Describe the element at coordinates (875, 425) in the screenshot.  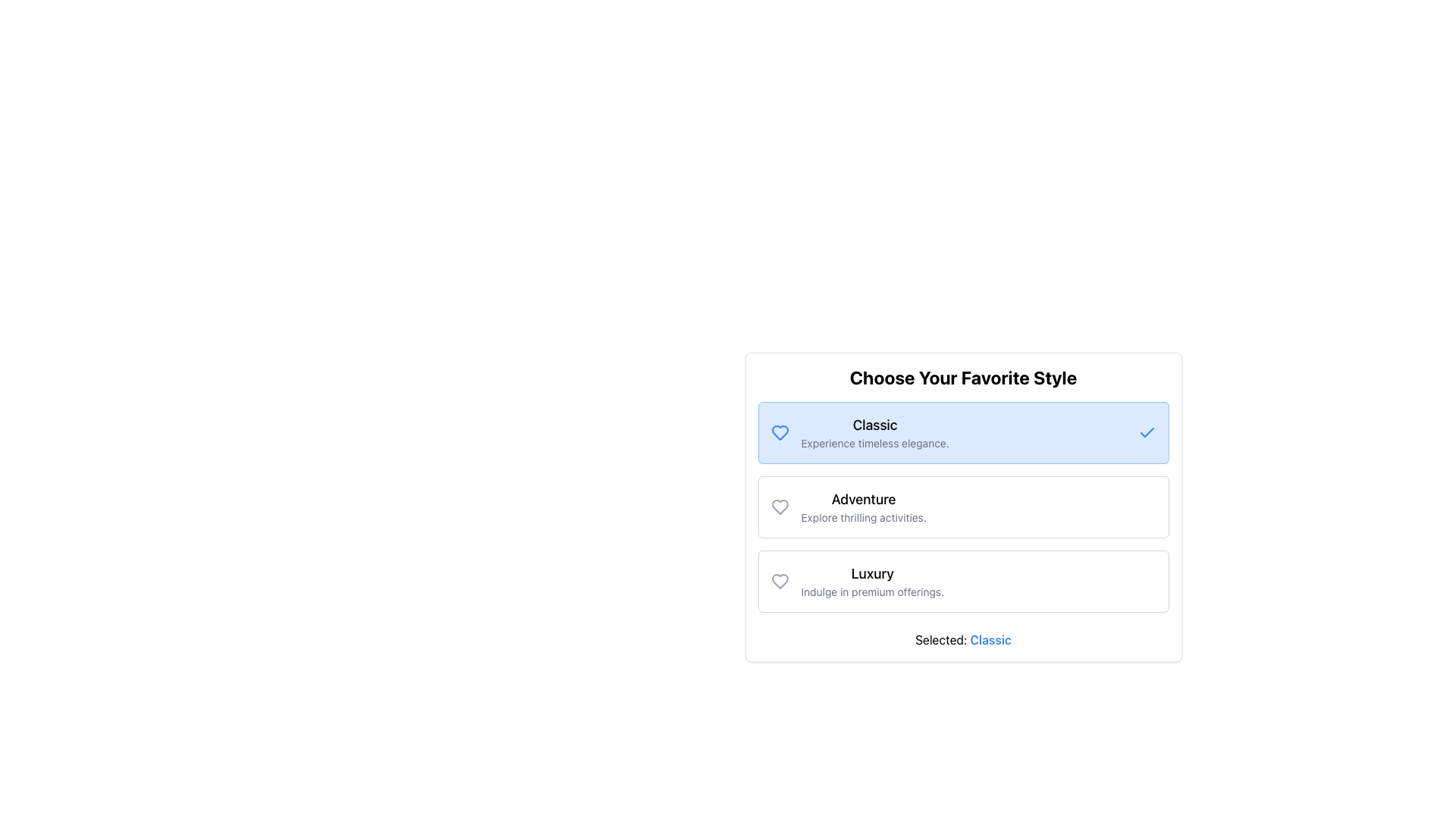
I see `the light blue selection area surrounding the 'Classic' text label to choose this option` at that location.